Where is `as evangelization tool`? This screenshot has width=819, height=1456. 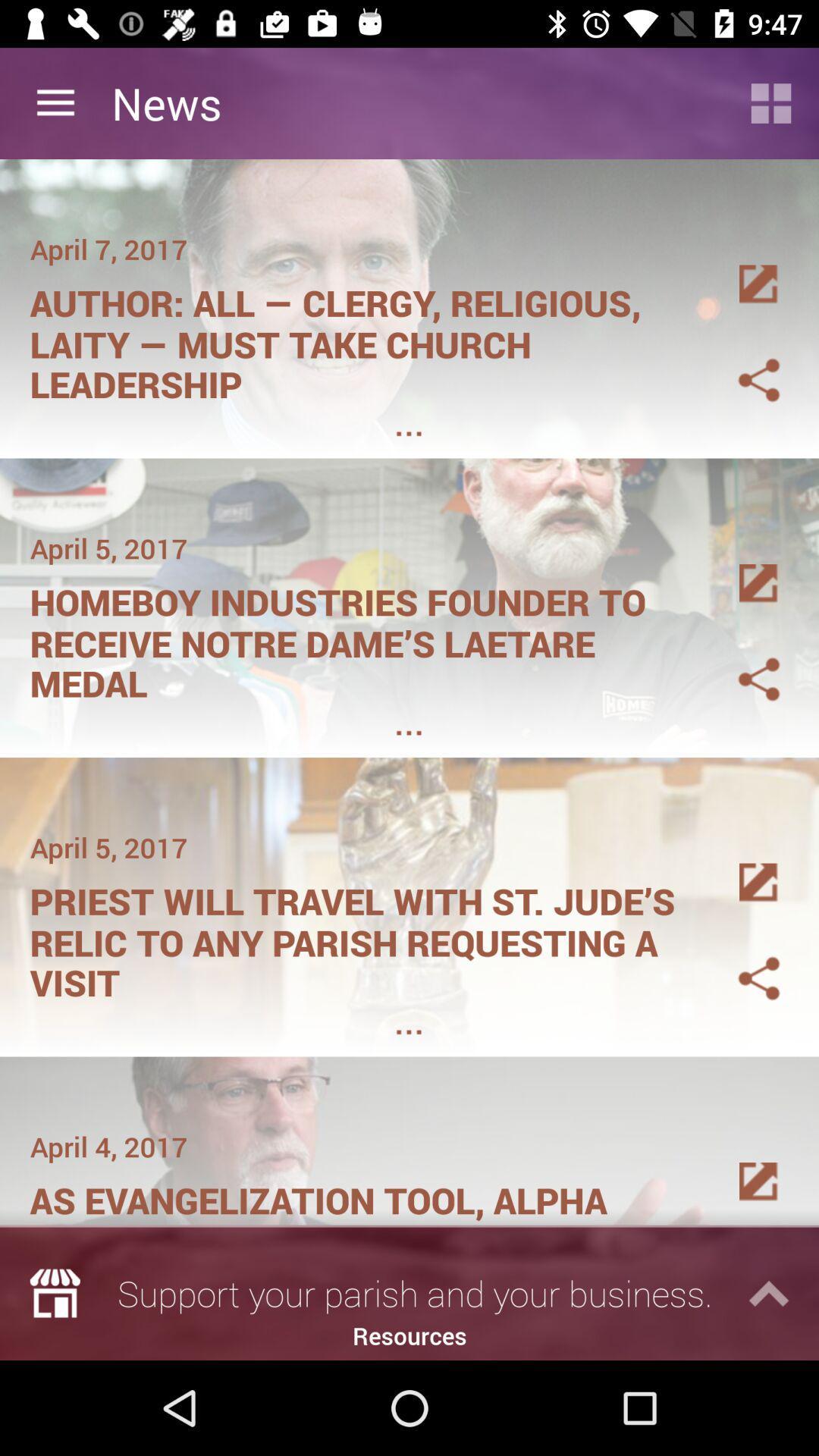
as evangelization tool is located at coordinates (362, 1194).